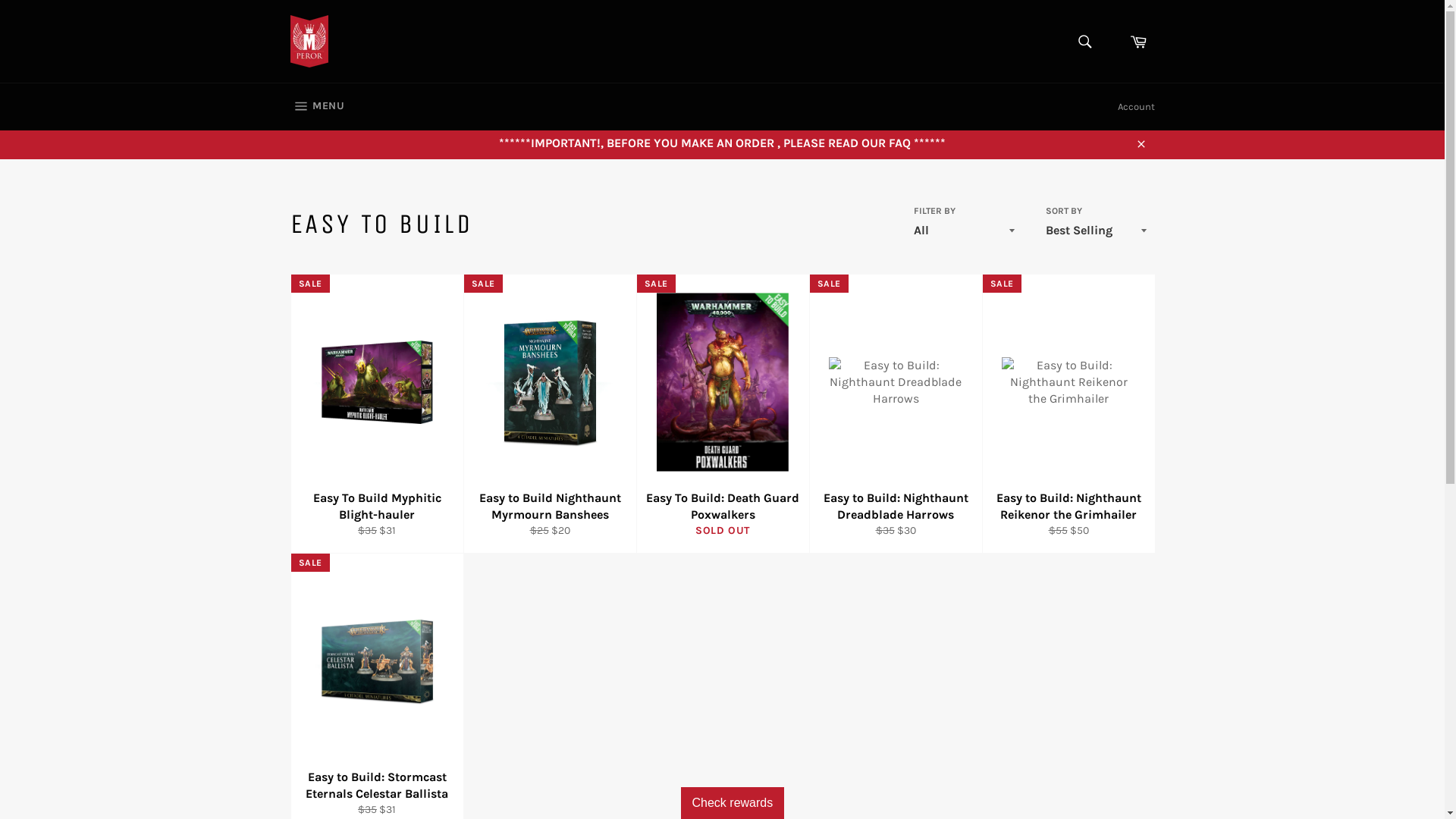  I want to click on 'Search', so click(1083, 40).